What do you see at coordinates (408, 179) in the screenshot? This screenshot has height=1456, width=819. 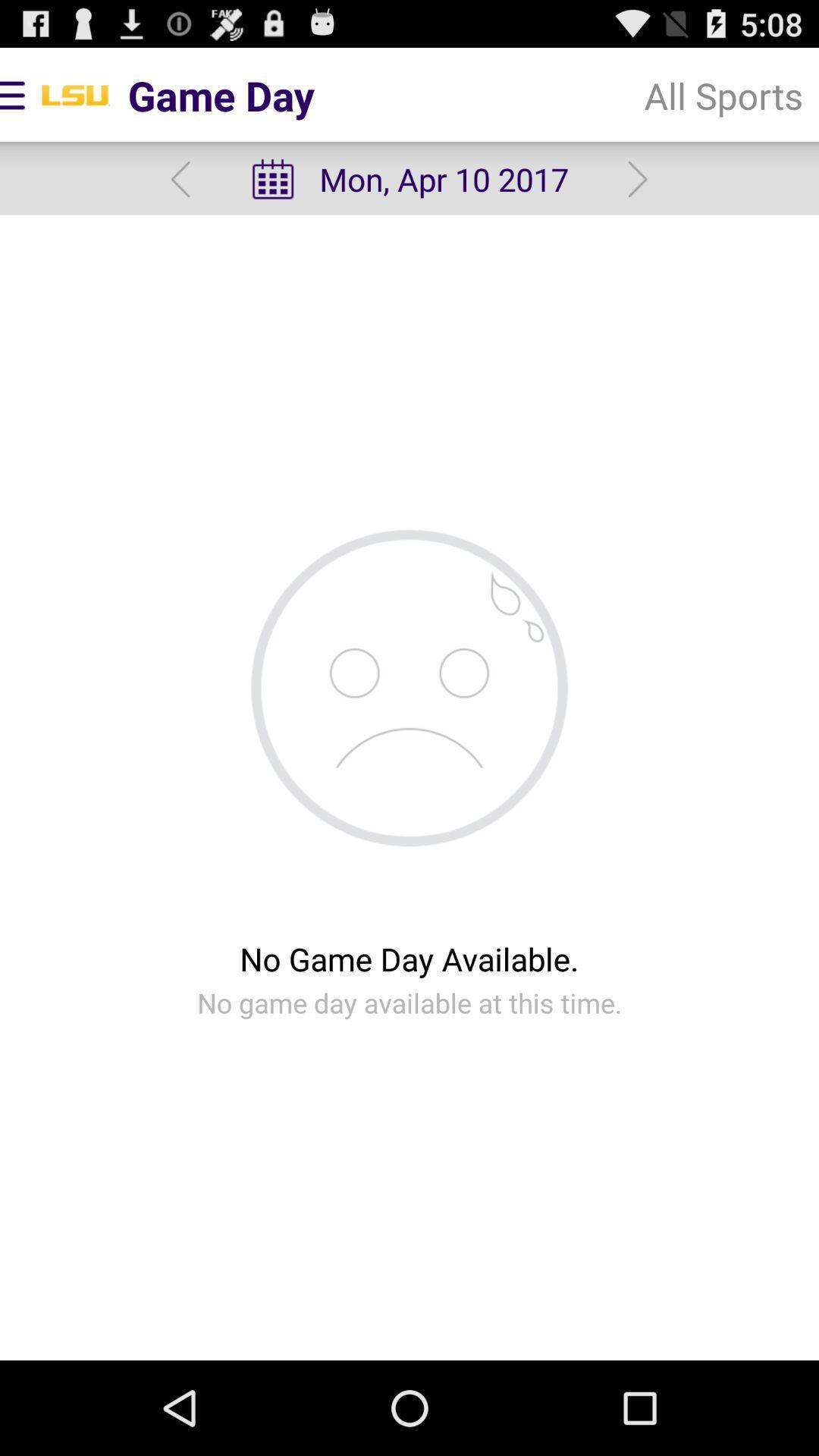 I see `the app at the top` at bounding box center [408, 179].